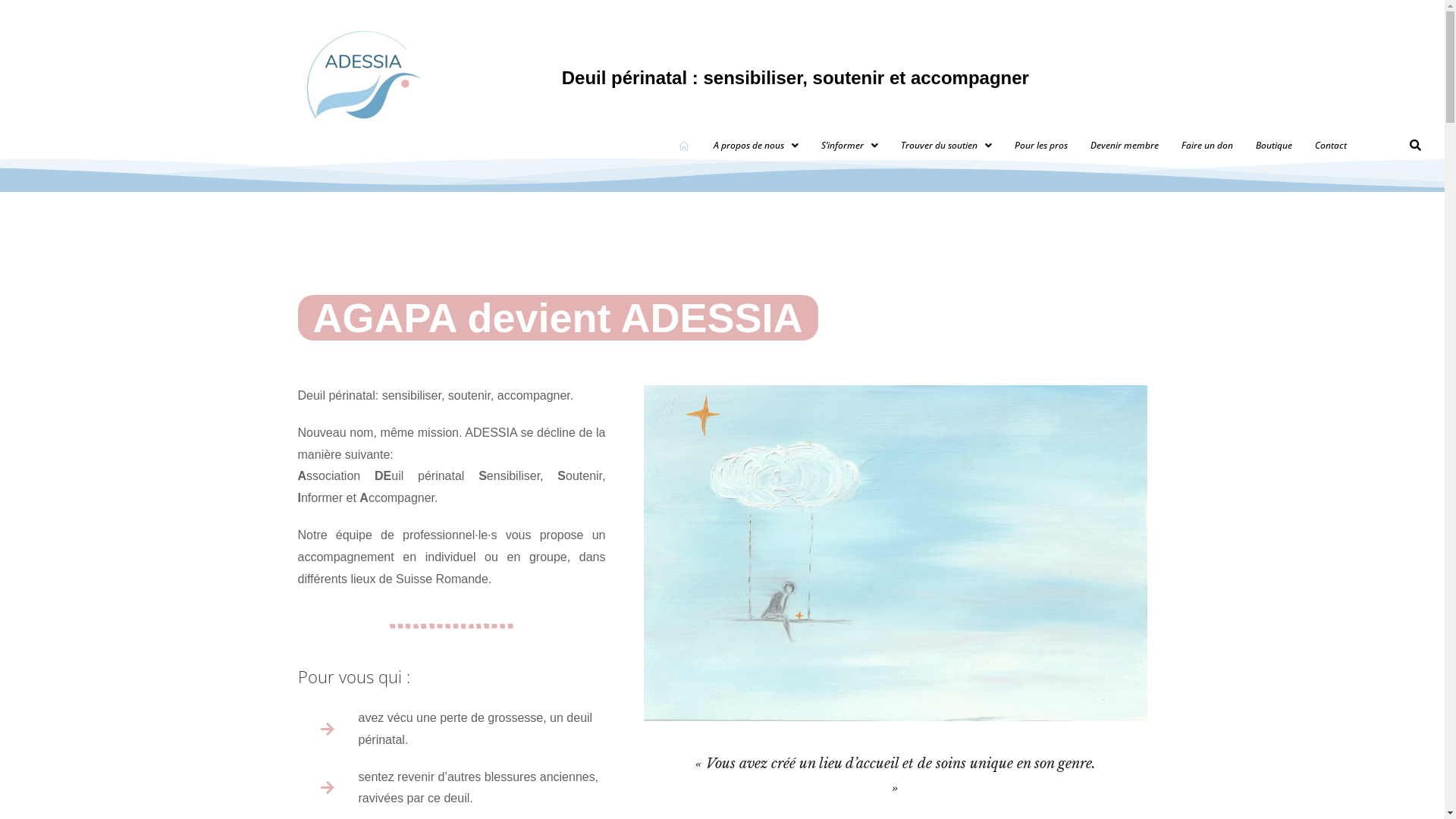 This screenshot has width=1456, height=819. What do you see at coordinates (1207, 146) in the screenshot?
I see `'Faire un don'` at bounding box center [1207, 146].